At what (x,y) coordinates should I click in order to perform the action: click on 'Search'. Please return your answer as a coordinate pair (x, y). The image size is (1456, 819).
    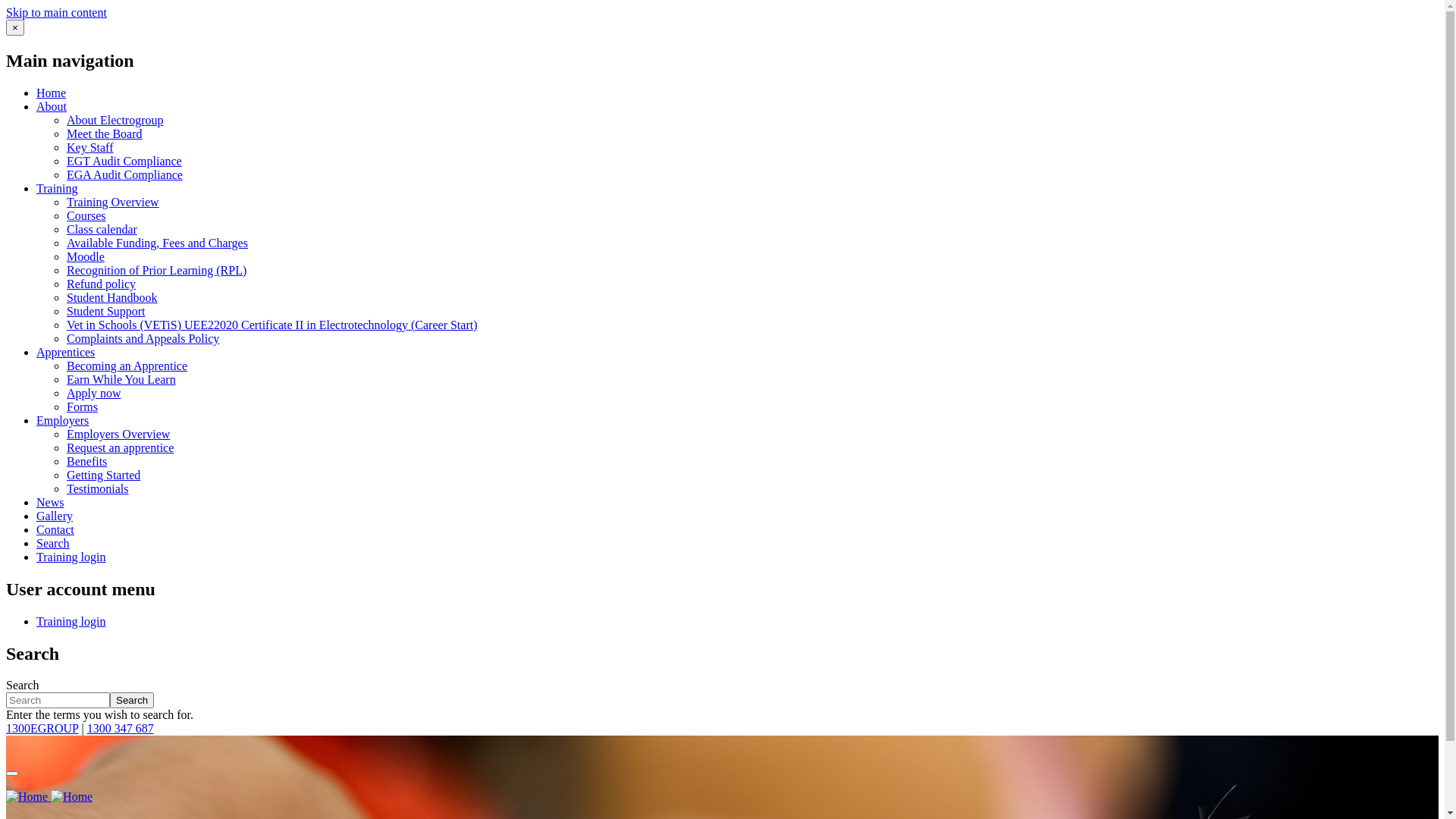
    Looking at the image, I should click on (131, 700).